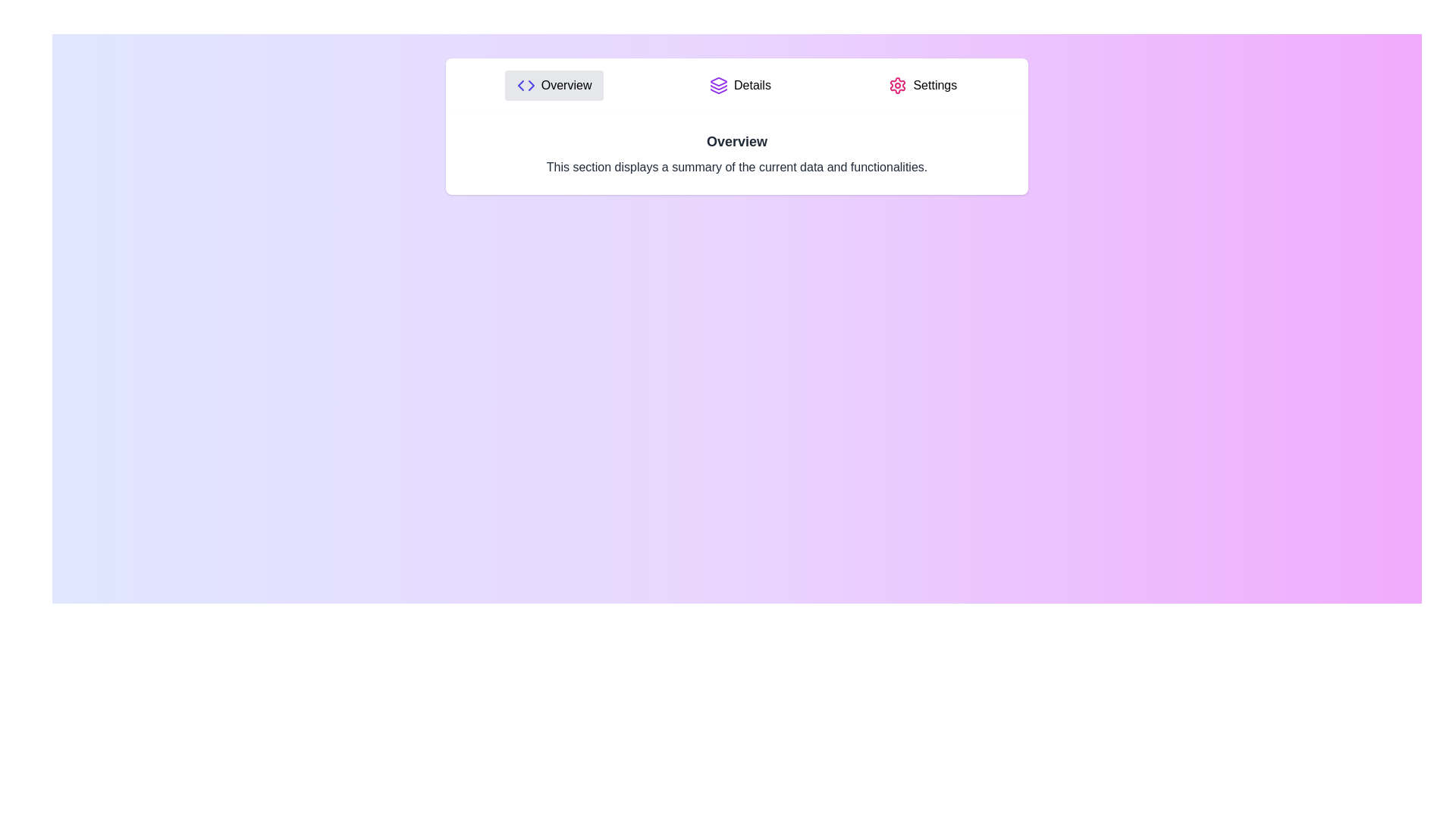  Describe the element at coordinates (736, 167) in the screenshot. I see `the text segment that displays the summary of the current data and functionalities, located directly beneath the 'Overview' heading` at that location.